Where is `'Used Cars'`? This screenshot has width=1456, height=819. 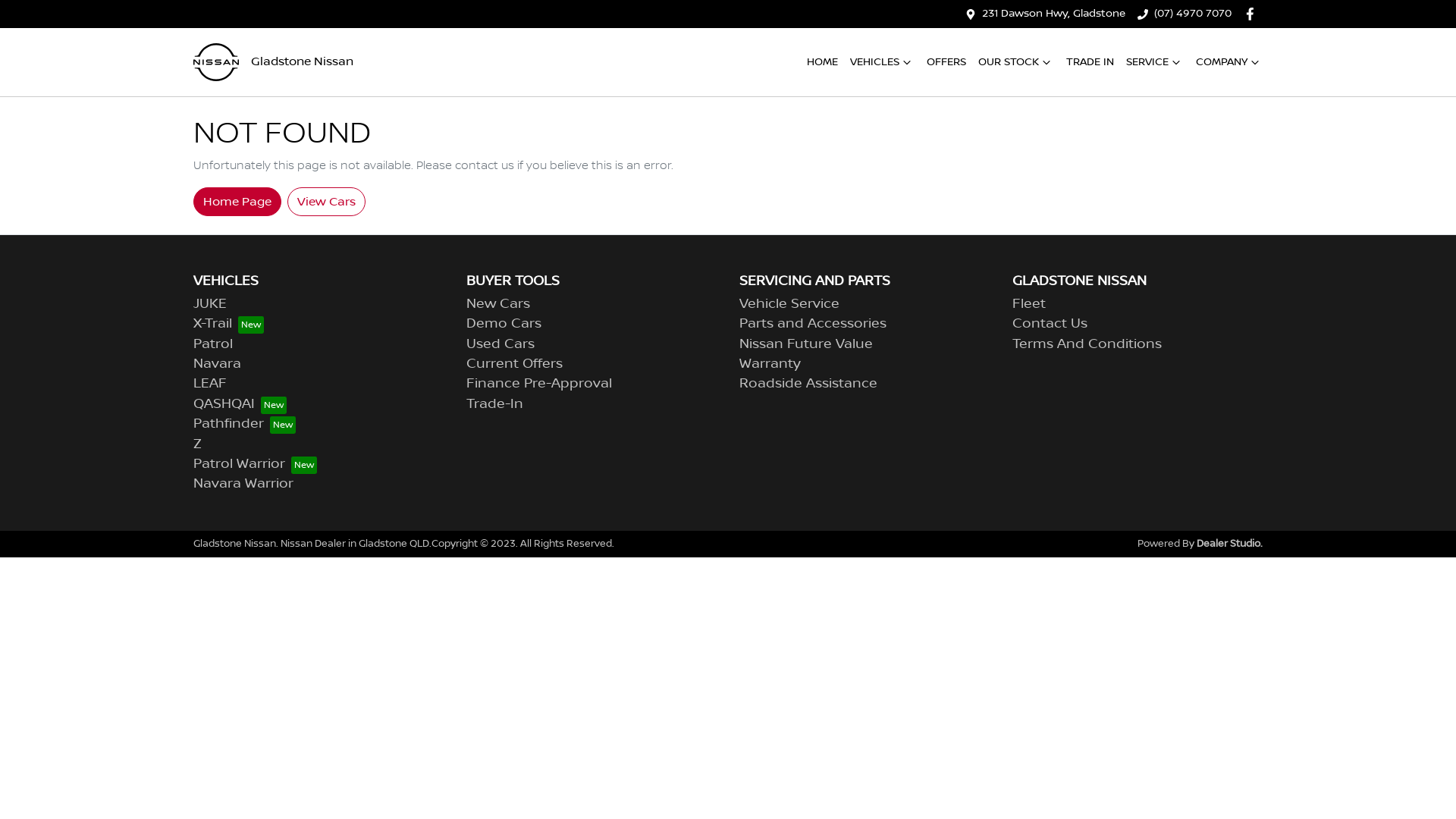
'Used Cars' is located at coordinates (500, 344).